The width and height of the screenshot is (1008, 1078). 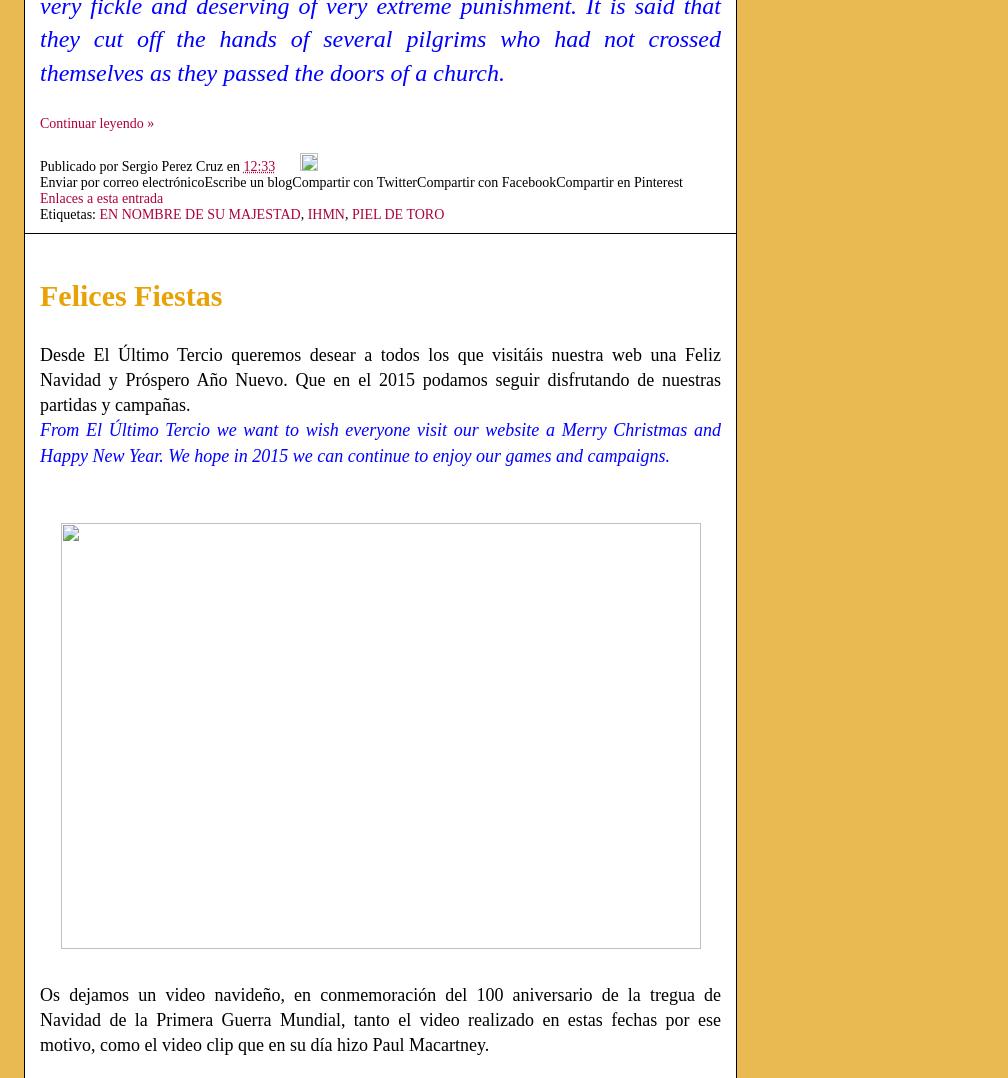 What do you see at coordinates (80, 164) in the screenshot?
I see `'Publicado por'` at bounding box center [80, 164].